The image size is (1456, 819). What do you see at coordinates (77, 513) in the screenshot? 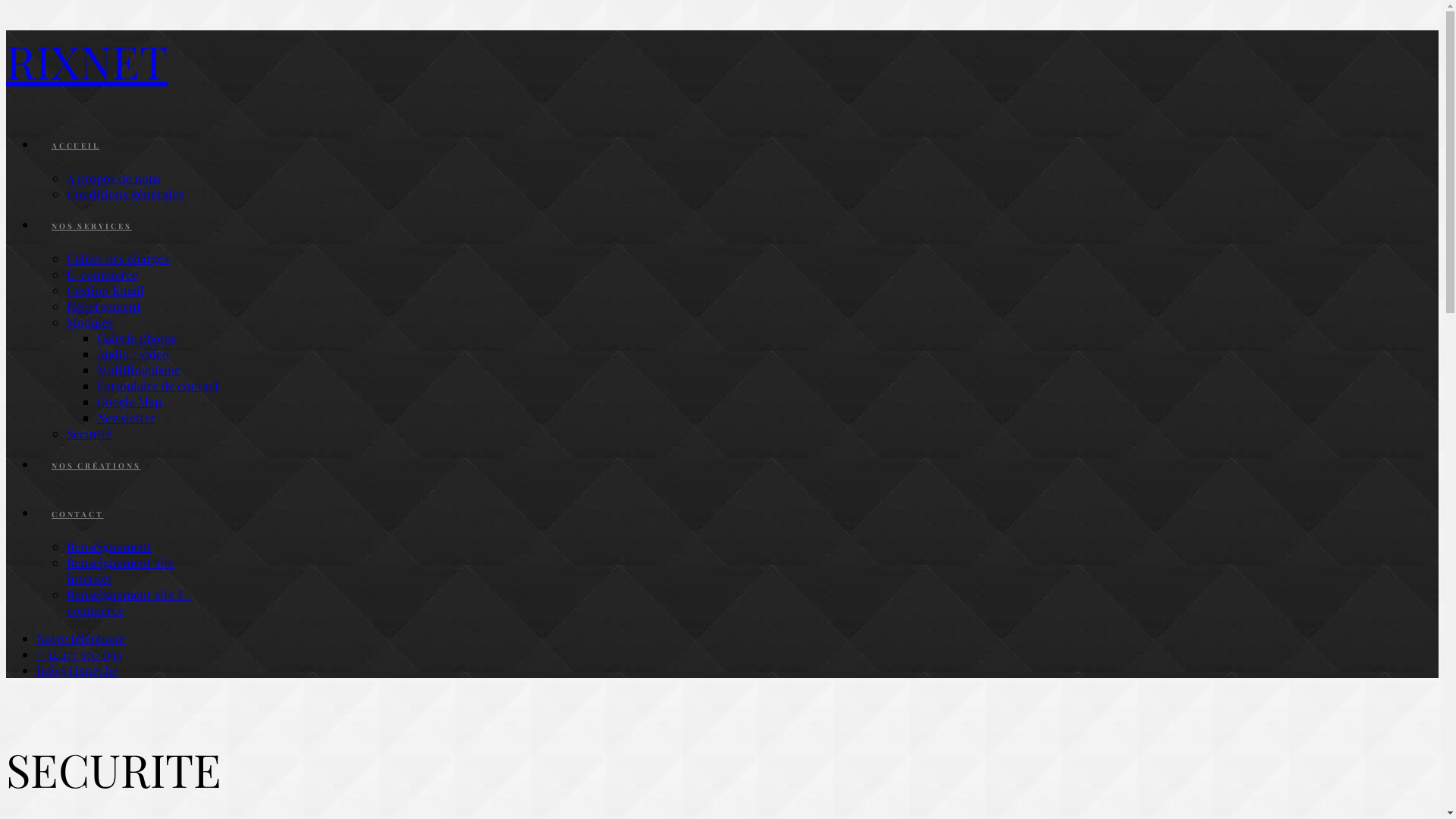
I see `'CONTACT'` at bounding box center [77, 513].